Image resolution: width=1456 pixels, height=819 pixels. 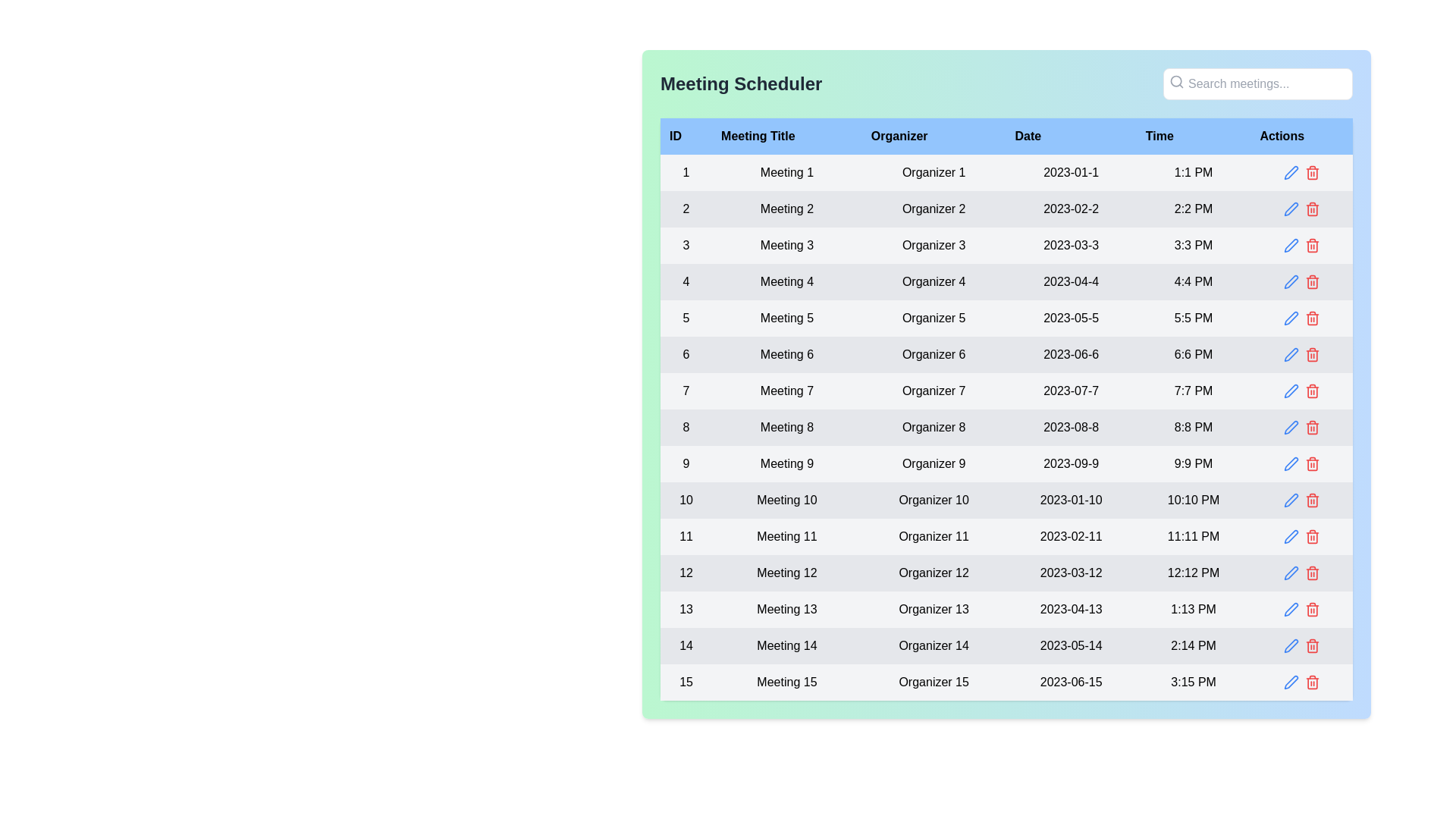 What do you see at coordinates (786, 427) in the screenshot?
I see `the static text label displaying 'Meeting 8' in the table cell, located in the row labeled '8' under the 'Meeting Title' column` at bounding box center [786, 427].